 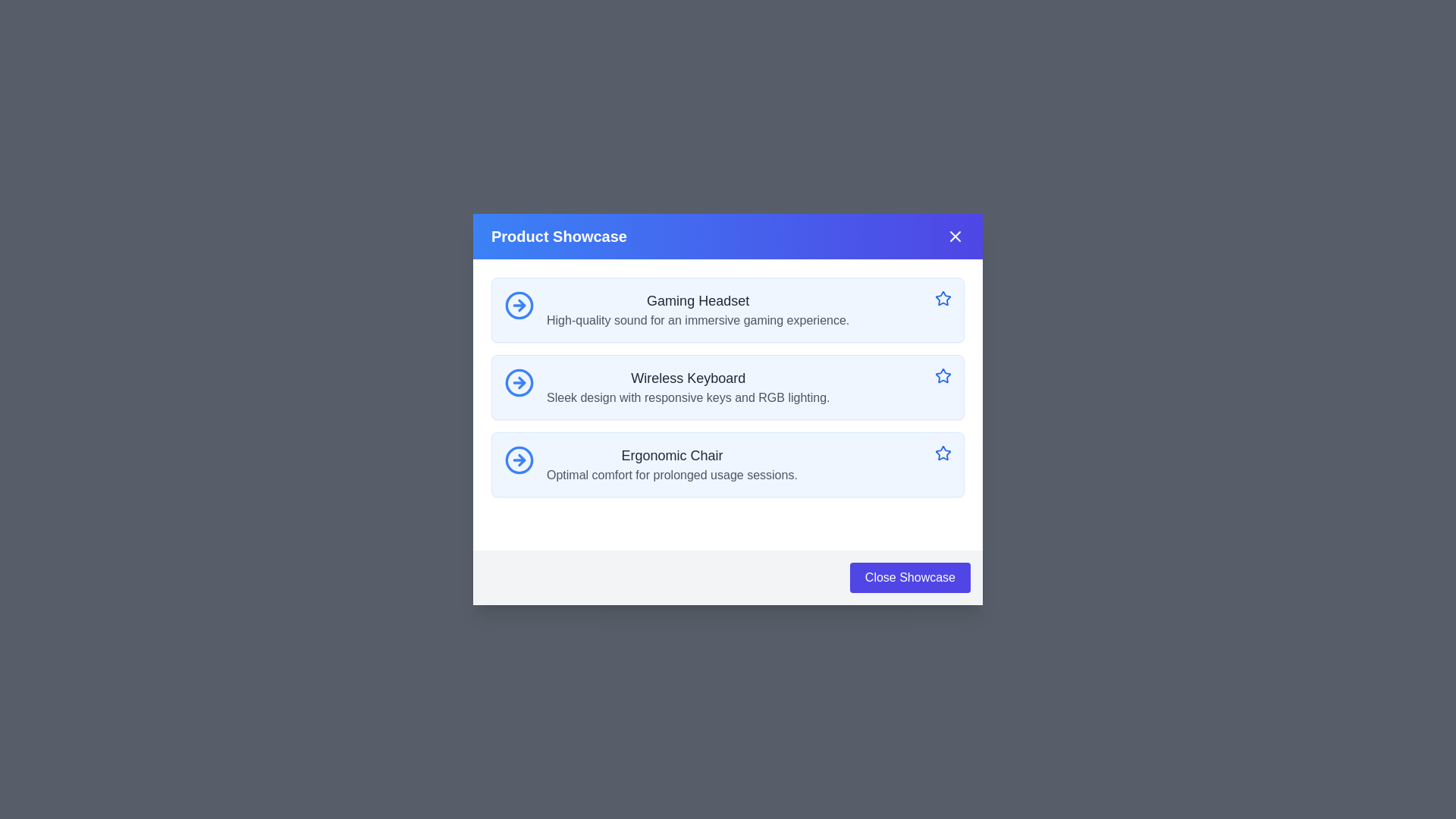 What do you see at coordinates (671, 475) in the screenshot?
I see `the text label displaying 'Optimal comfort for prolonged usage sessions.' located below the title 'Ergonomic Chair.'` at bounding box center [671, 475].